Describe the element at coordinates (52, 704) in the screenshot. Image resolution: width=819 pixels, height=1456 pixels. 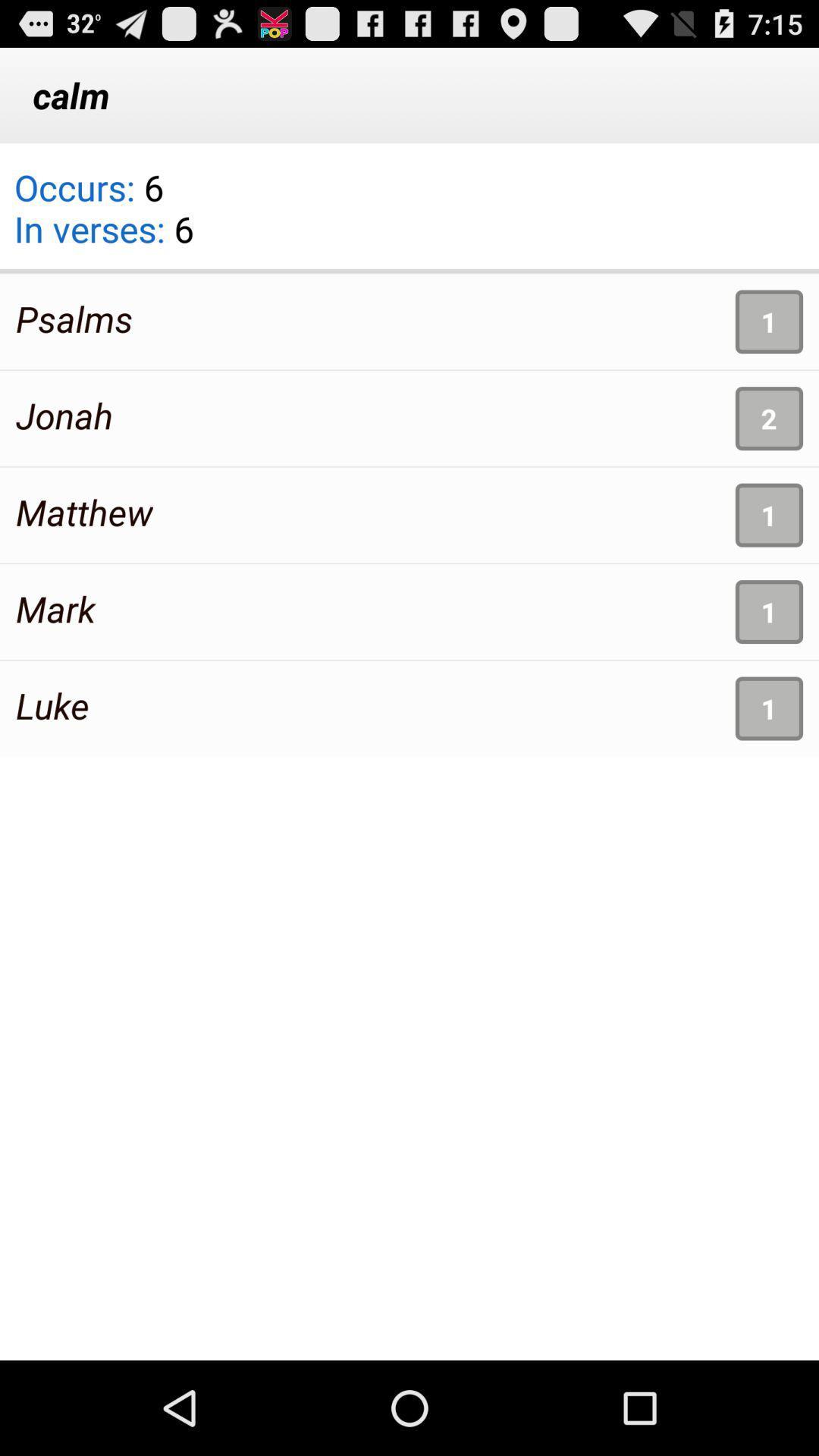
I see `app to the left of the 1 item` at that location.